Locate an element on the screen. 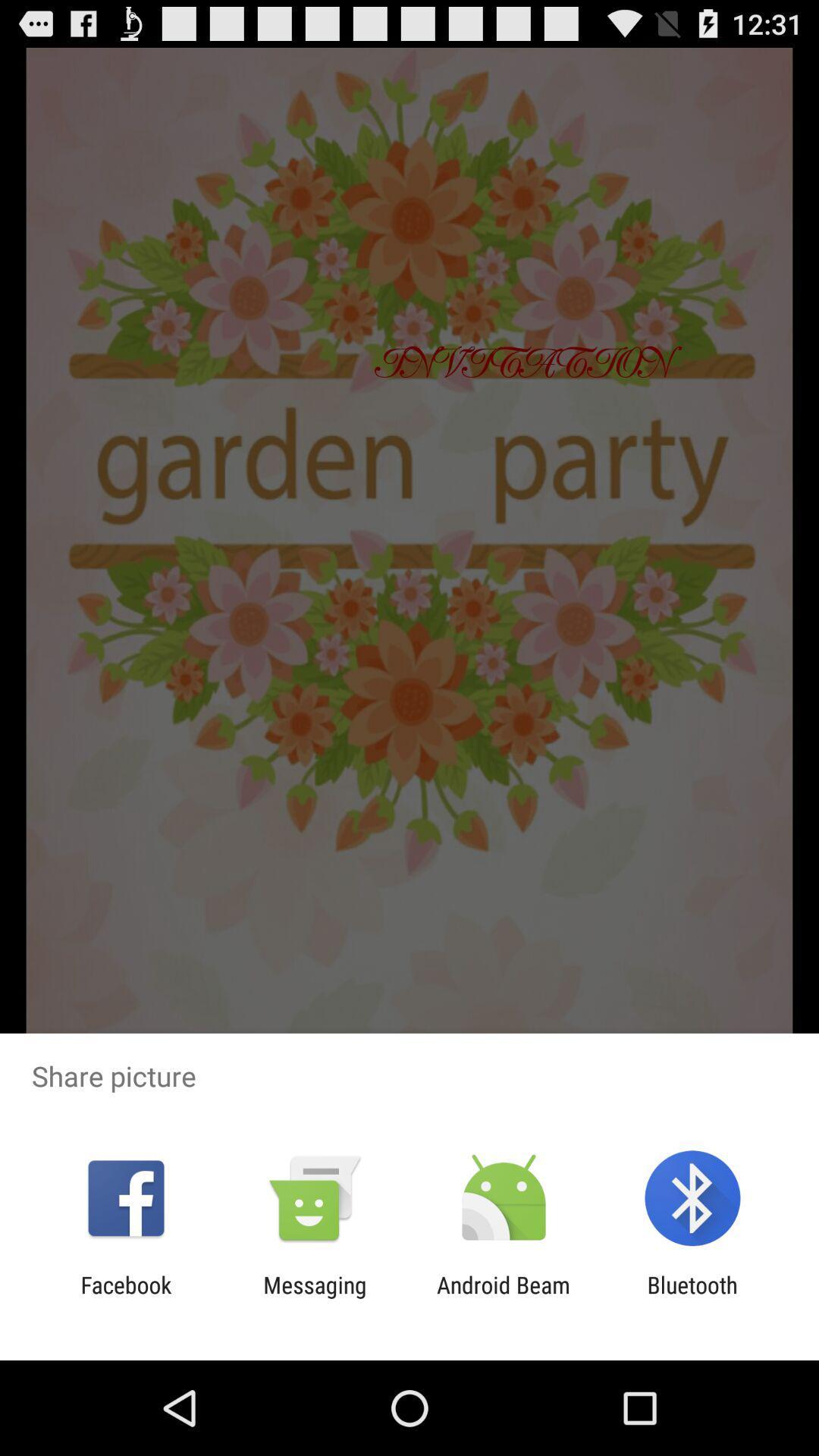  the icon to the right of messaging app is located at coordinates (504, 1298).